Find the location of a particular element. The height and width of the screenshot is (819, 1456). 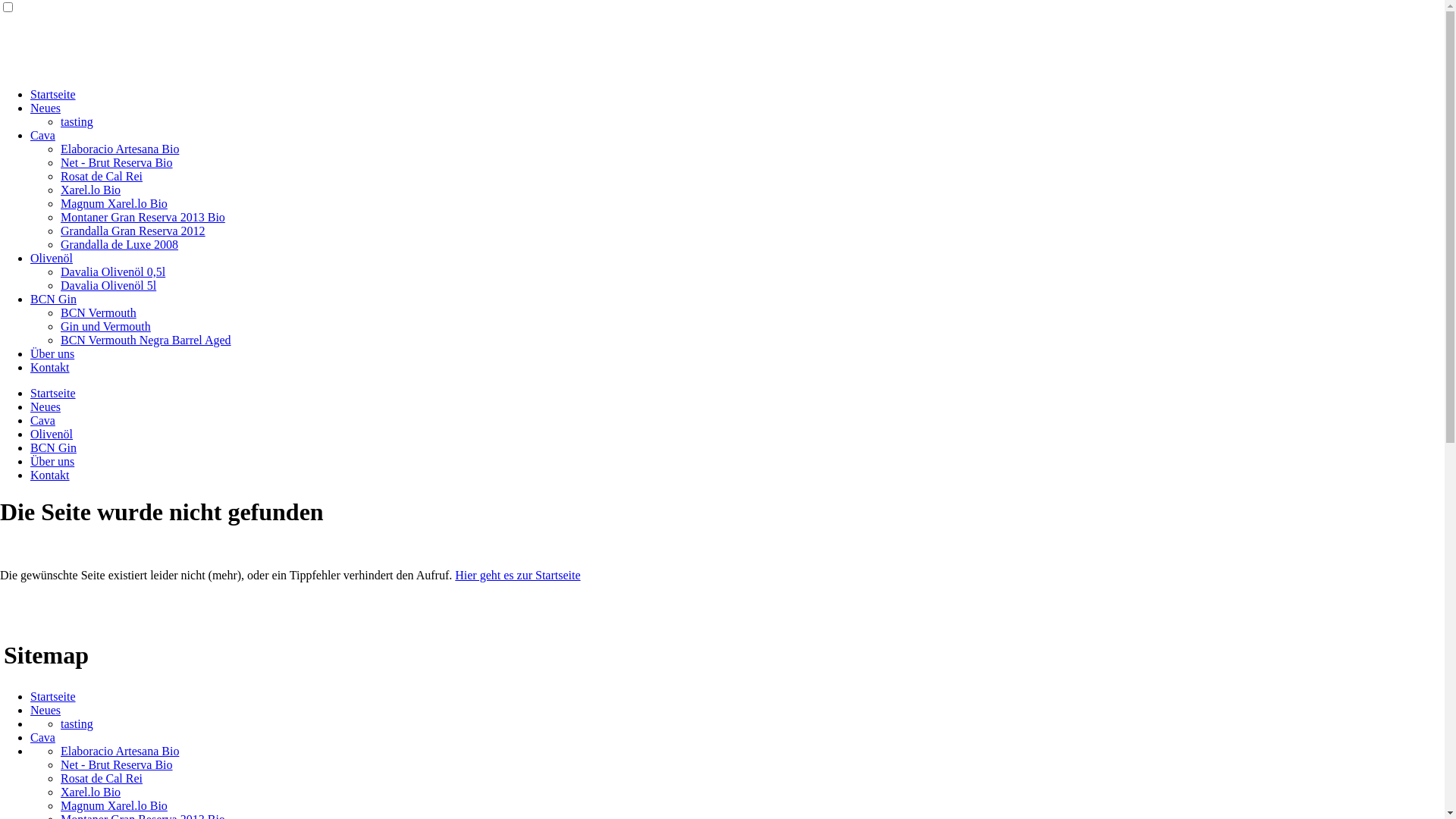

'Startseite' is located at coordinates (30, 94).